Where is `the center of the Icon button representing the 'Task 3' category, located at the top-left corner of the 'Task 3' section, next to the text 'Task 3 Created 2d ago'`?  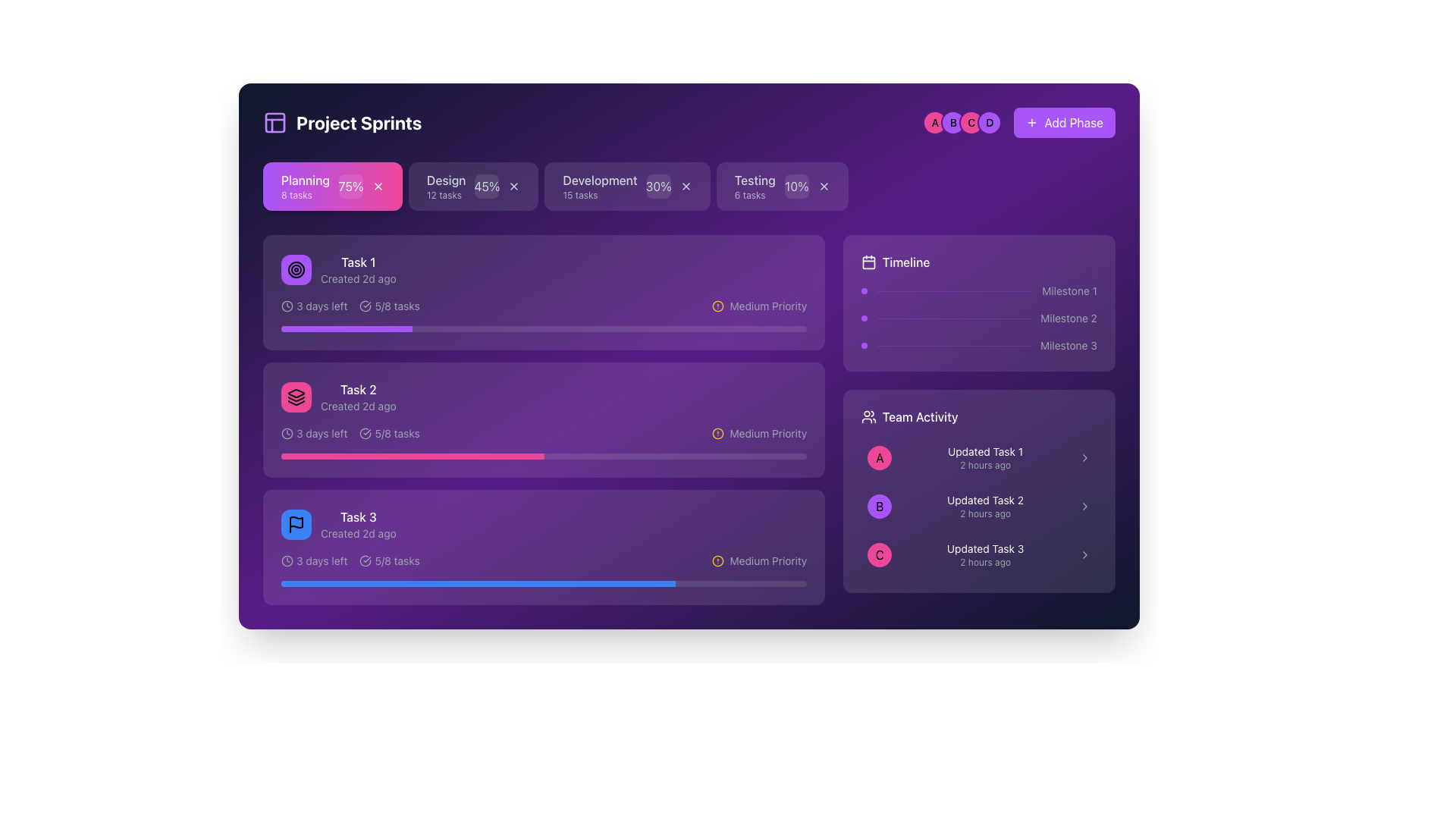 the center of the Icon button representing the 'Task 3' category, located at the top-left corner of the 'Task 3' section, next to the text 'Task 3 Created 2d ago' is located at coordinates (296, 523).